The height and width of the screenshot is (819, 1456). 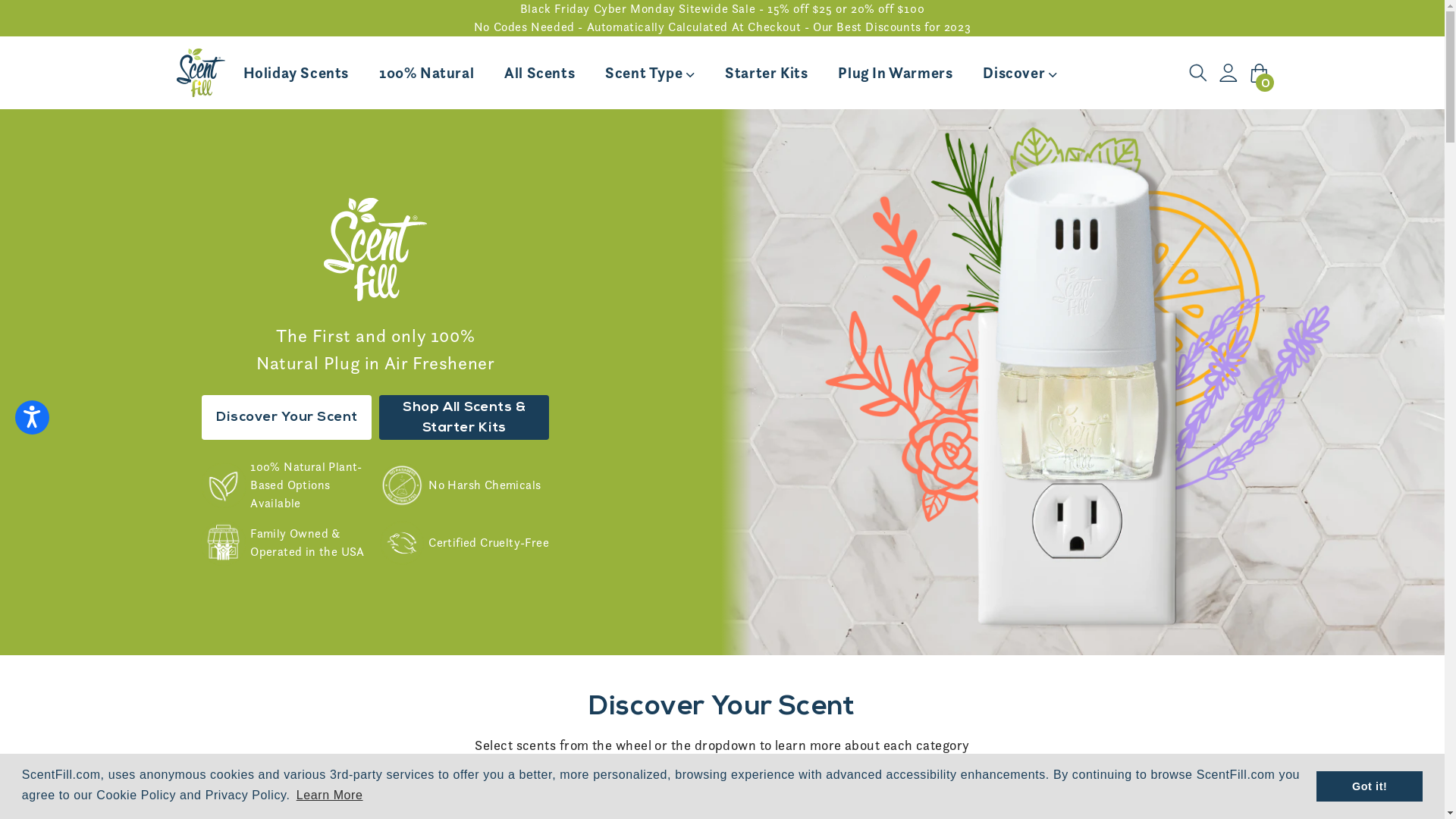 What do you see at coordinates (1316, 786) in the screenshot?
I see `'Got it!'` at bounding box center [1316, 786].